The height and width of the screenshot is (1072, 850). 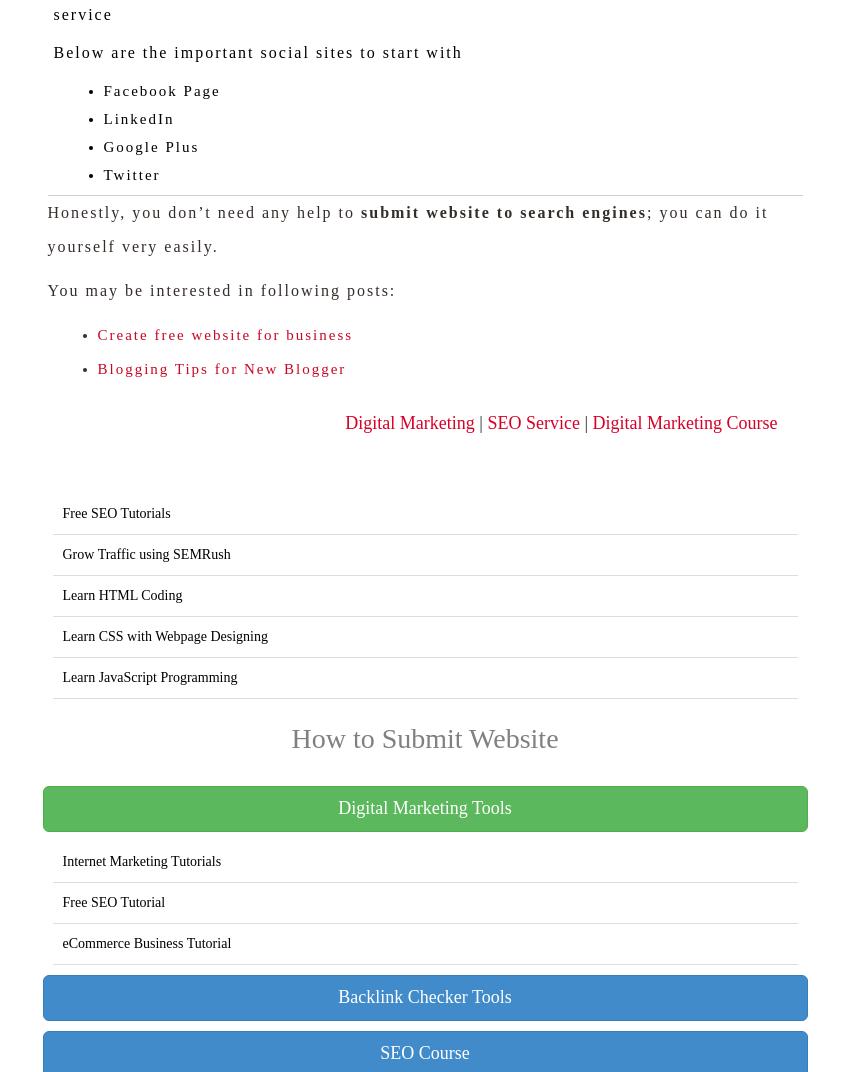 I want to click on 'Internet Marketing Tutorials', so click(x=61, y=860).